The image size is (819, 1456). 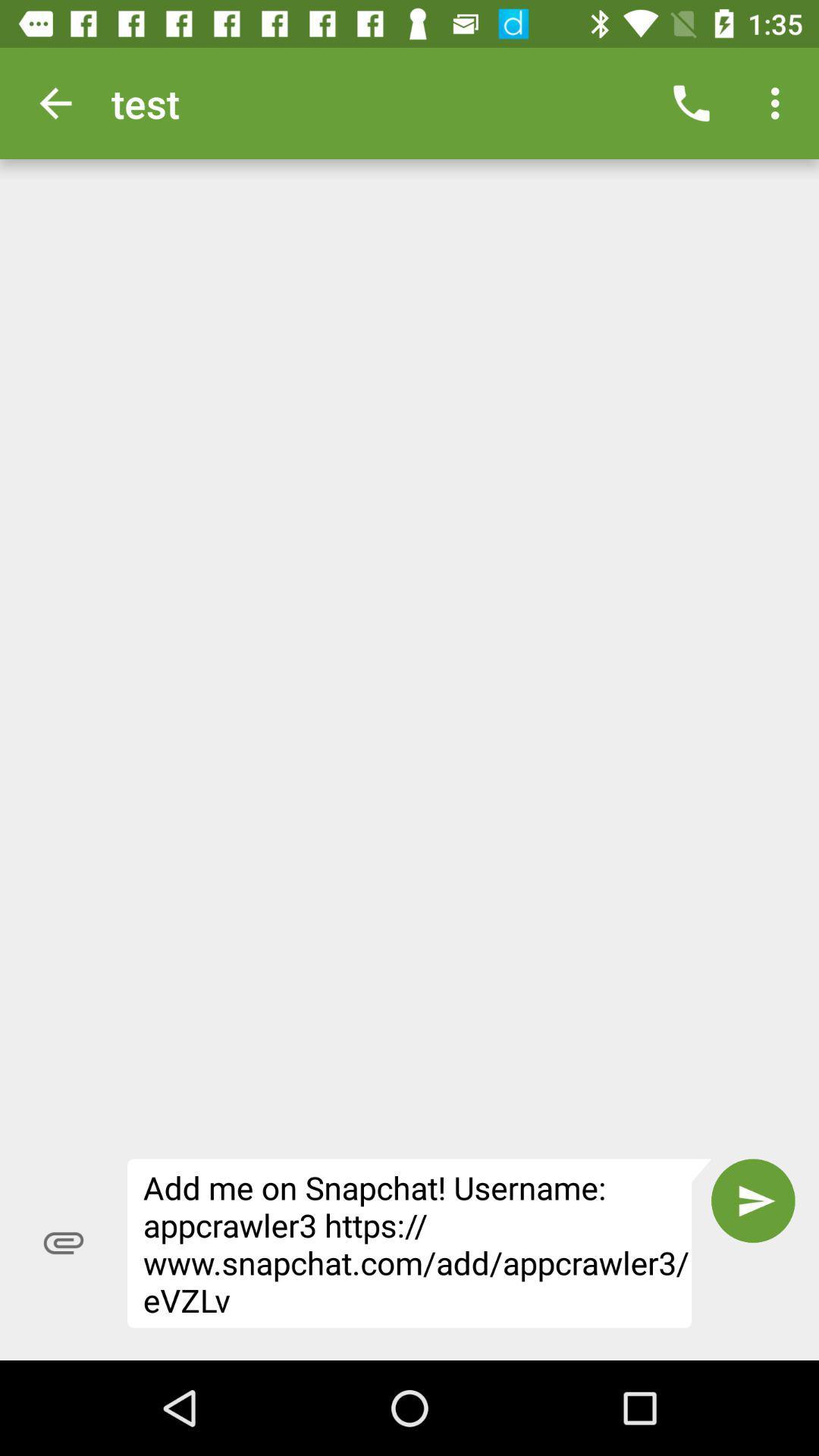 What do you see at coordinates (753, 1200) in the screenshot?
I see `item next to the add me on item` at bounding box center [753, 1200].